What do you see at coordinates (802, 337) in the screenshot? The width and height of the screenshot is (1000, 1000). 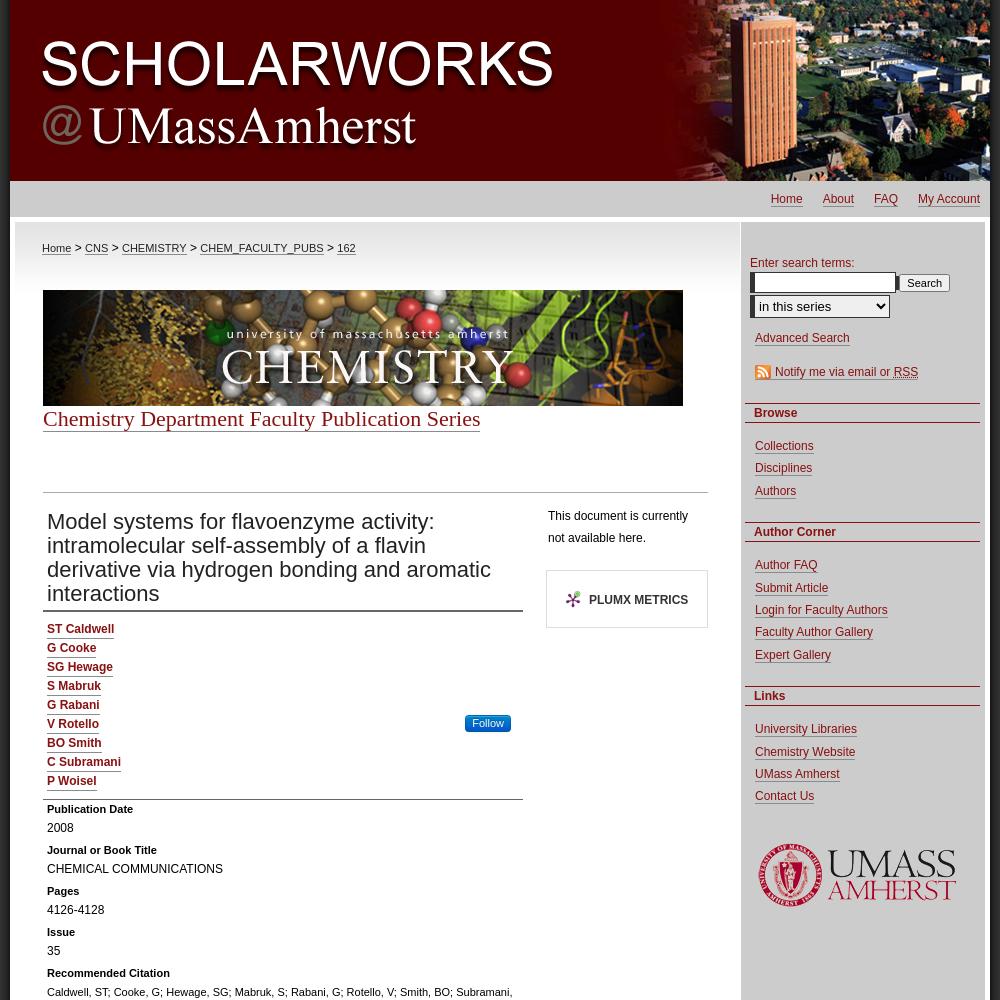 I see `'Advanced Search'` at bounding box center [802, 337].